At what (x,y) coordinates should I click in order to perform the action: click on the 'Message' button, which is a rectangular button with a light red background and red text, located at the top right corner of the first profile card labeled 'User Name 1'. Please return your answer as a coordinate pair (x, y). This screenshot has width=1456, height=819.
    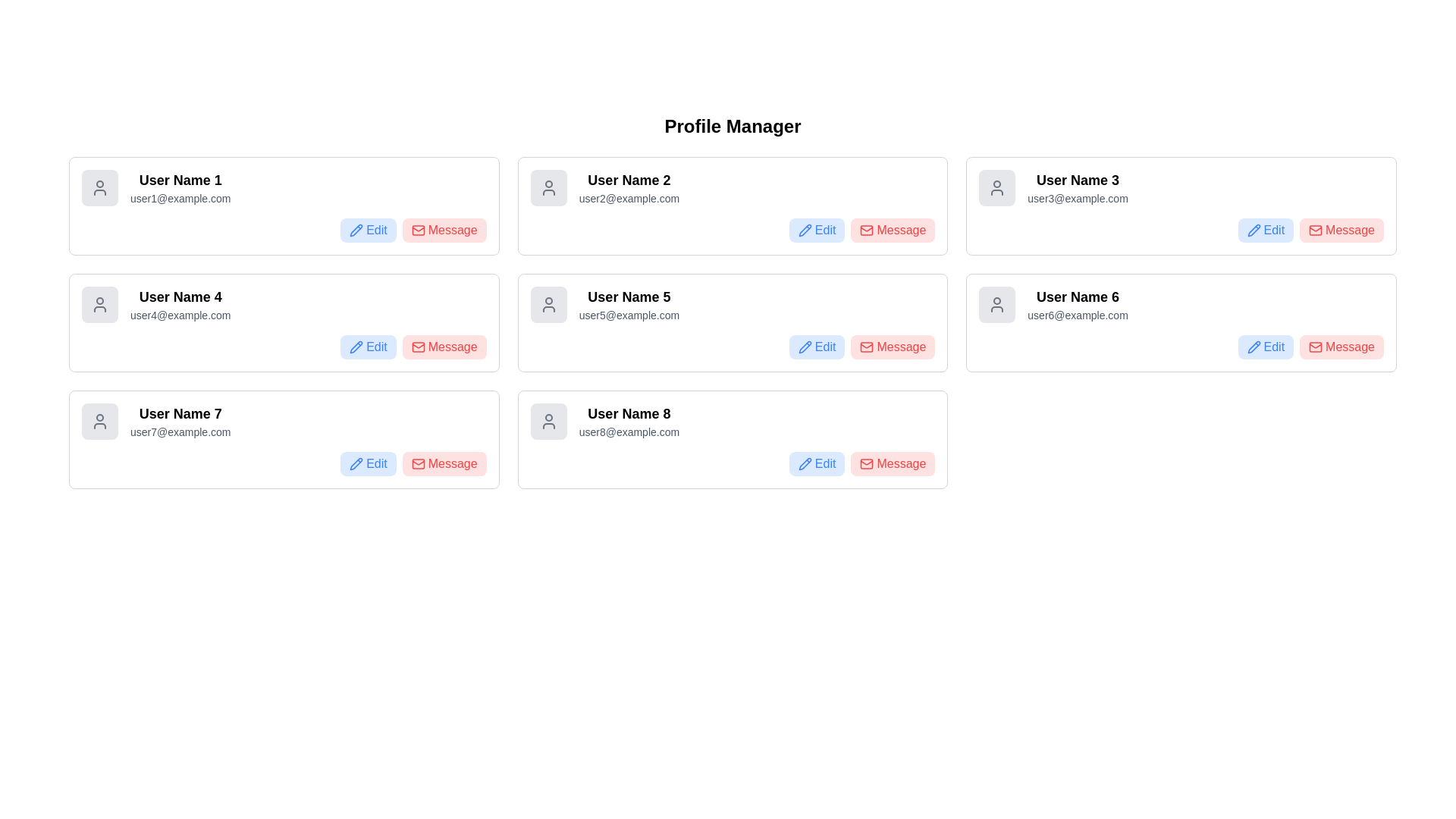
    Looking at the image, I should click on (444, 231).